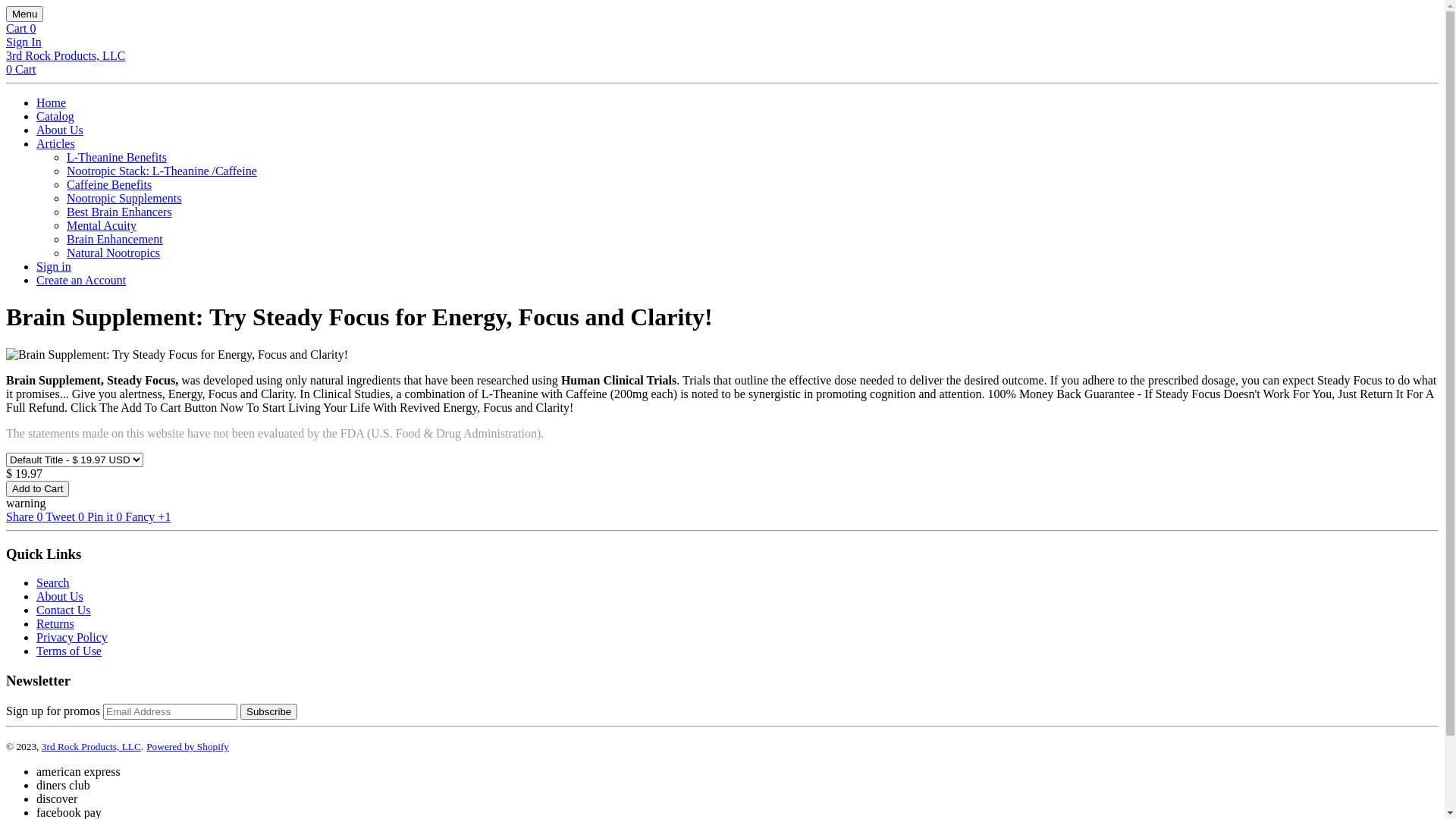 This screenshot has height=819, width=1456. Describe the element at coordinates (45, 516) in the screenshot. I see `'Tweet 0'` at that location.